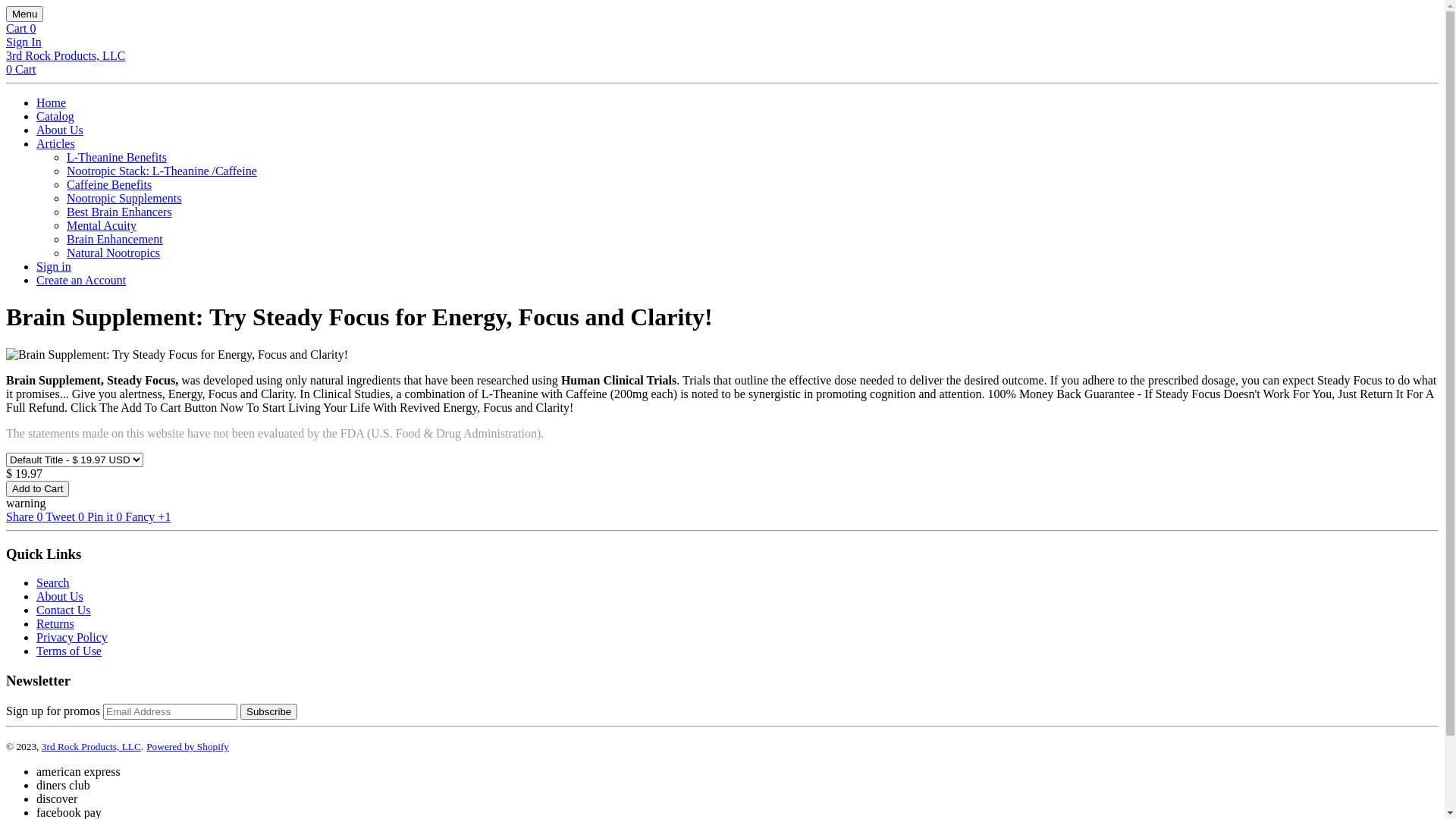 This screenshot has height=819, width=1456. Describe the element at coordinates (45, 516) in the screenshot. I see `'Tweet 0'` at that location.